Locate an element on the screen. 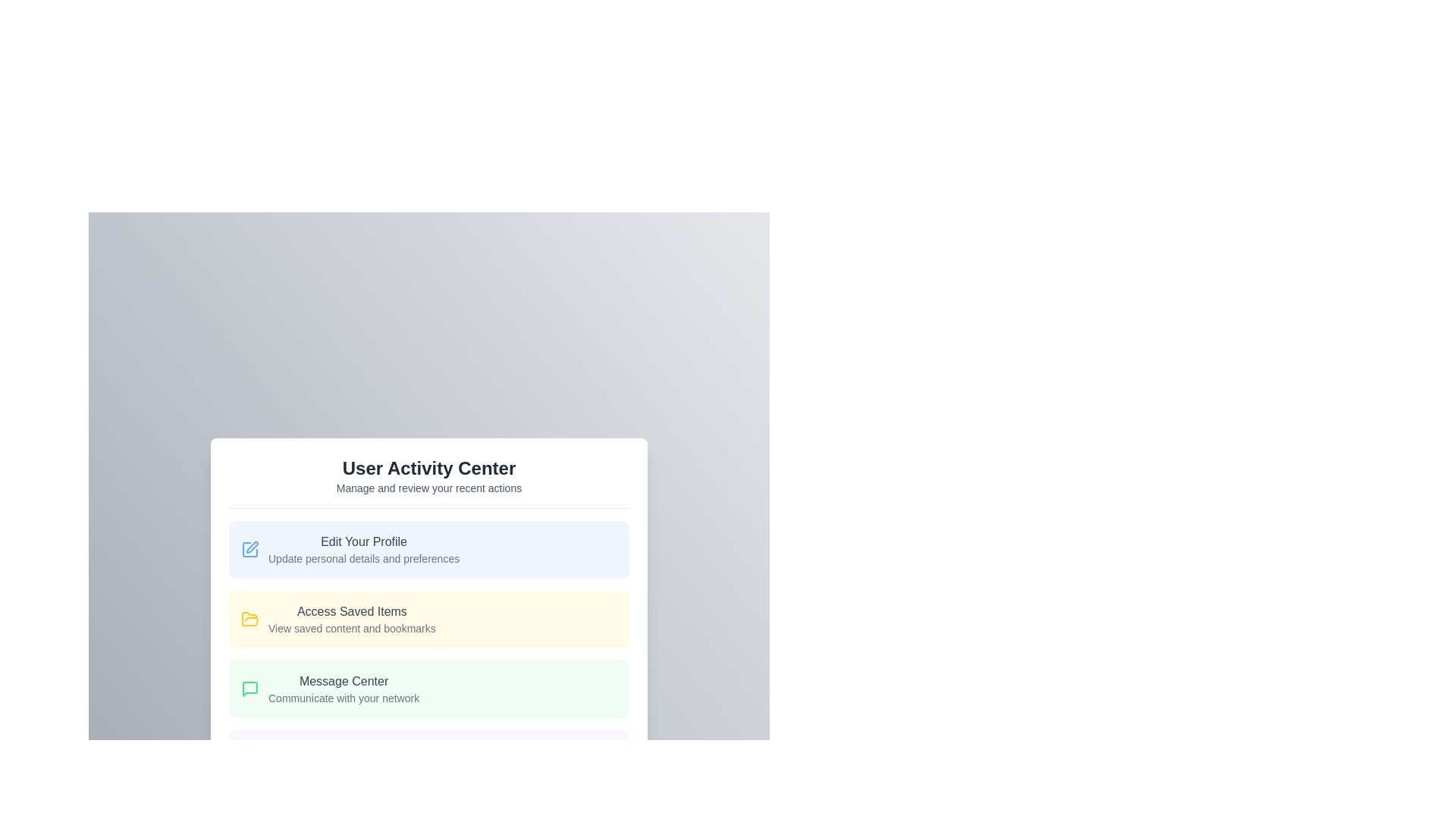 This screenshot has width=1456, height=819. on the text label that describes access is located at coordinates (351, 619).